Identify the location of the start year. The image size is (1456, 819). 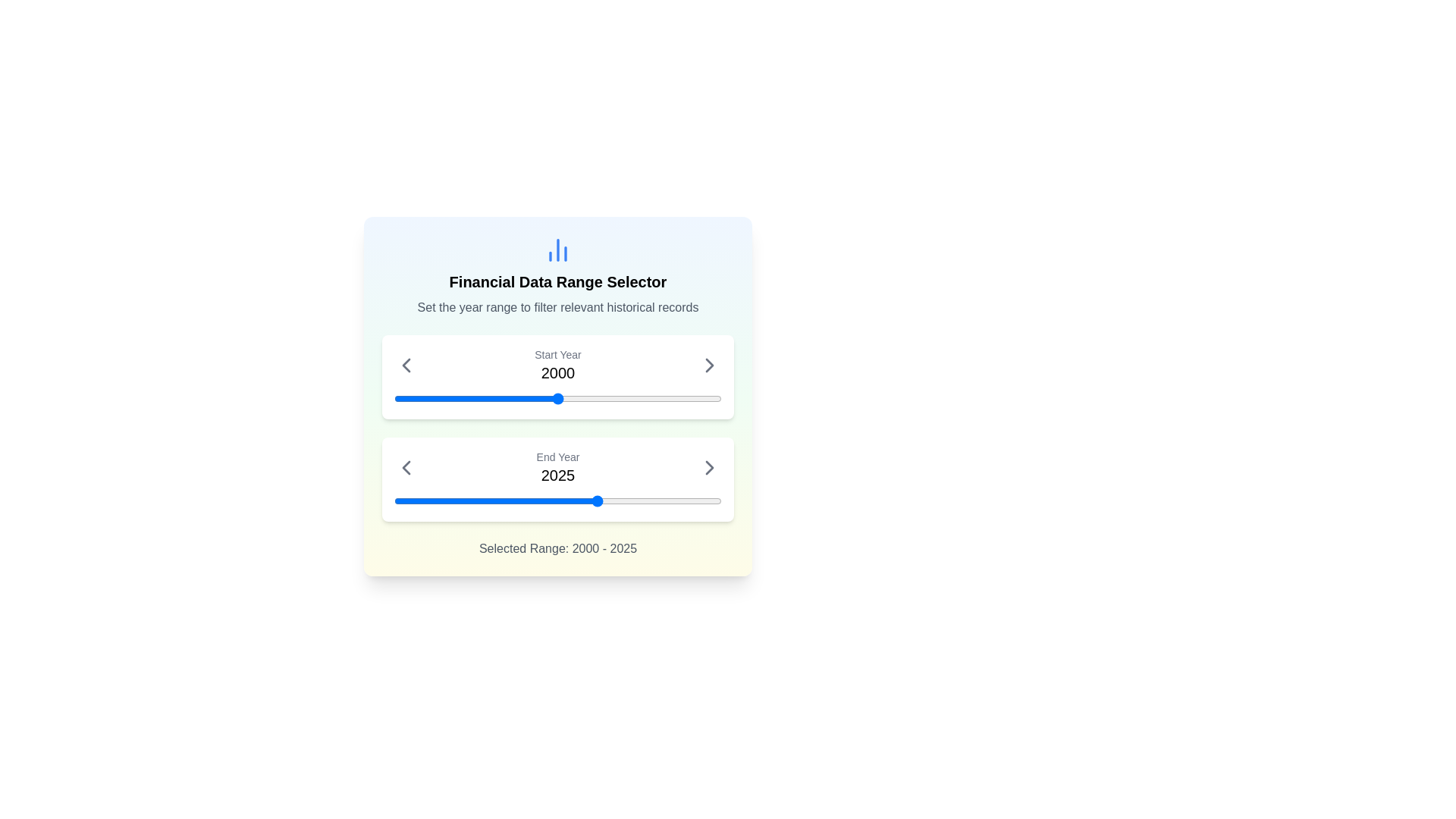
(482, 397).